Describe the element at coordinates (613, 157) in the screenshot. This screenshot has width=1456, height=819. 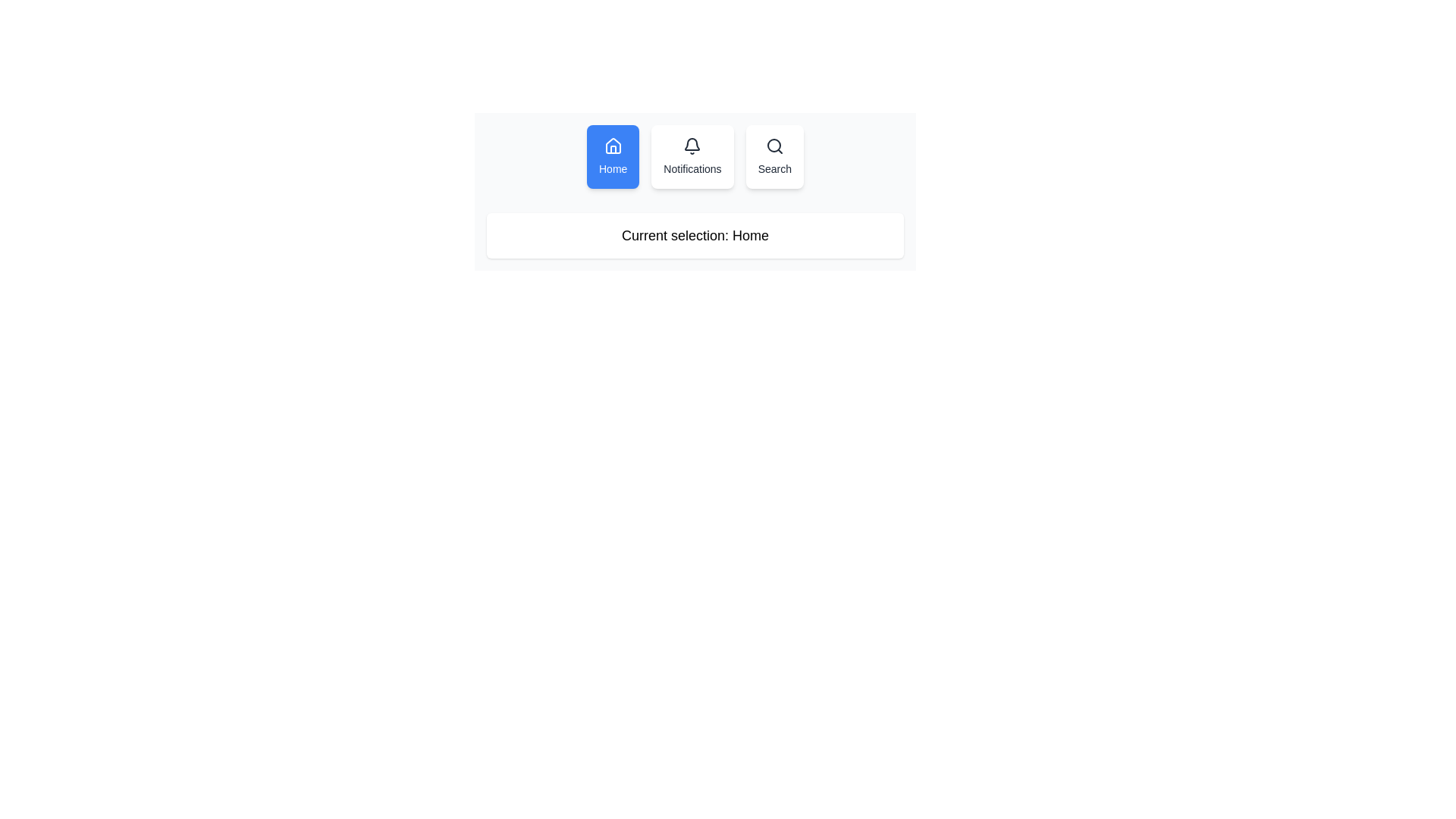
I see `the Navigation Button located at the top center of the interface` at that location.